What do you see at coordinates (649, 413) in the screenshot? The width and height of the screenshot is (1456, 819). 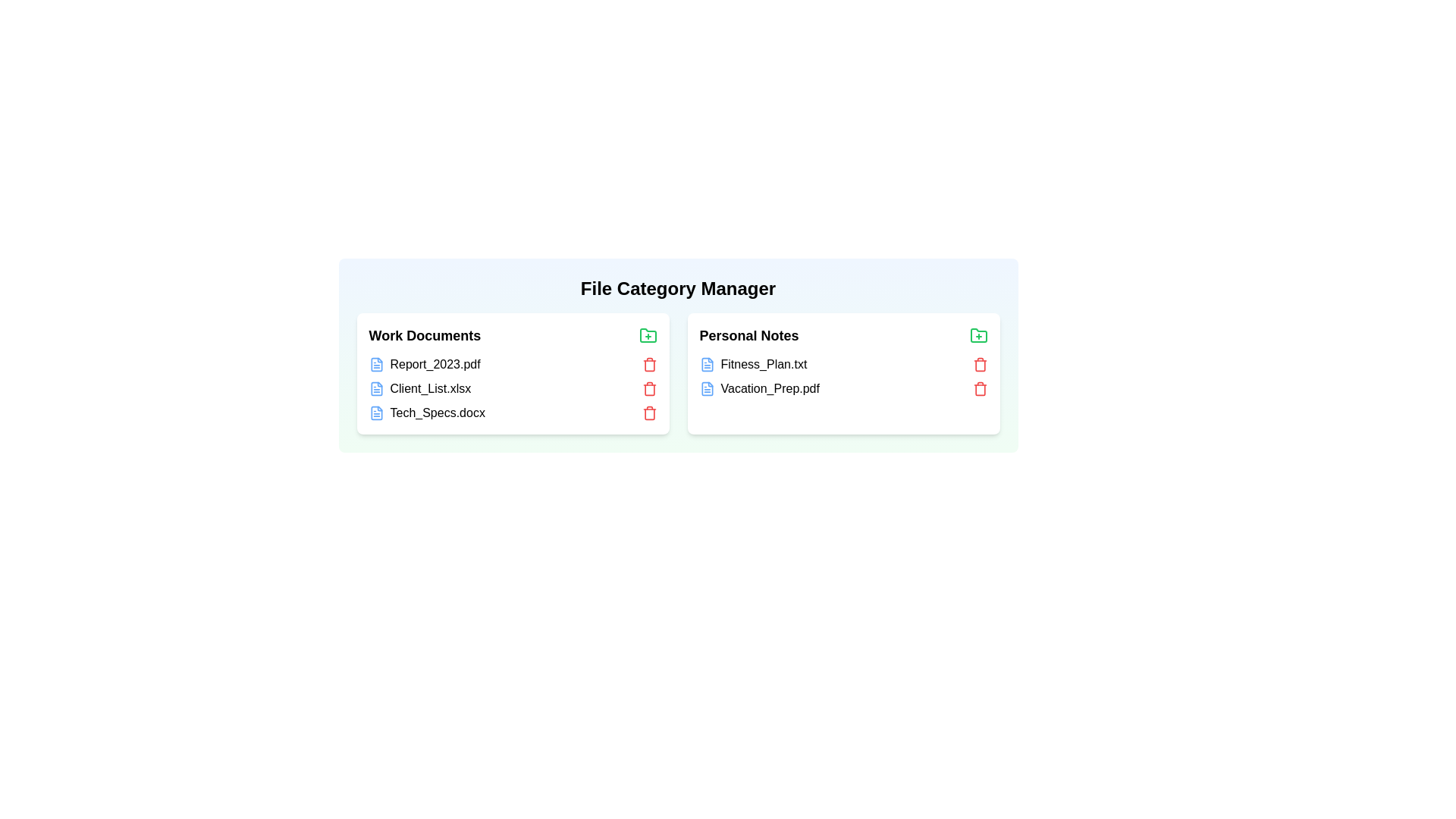 I see `trash icon next to the file Tech_Specs.docx in the category Work Documents` at bounding box center [649, 413].